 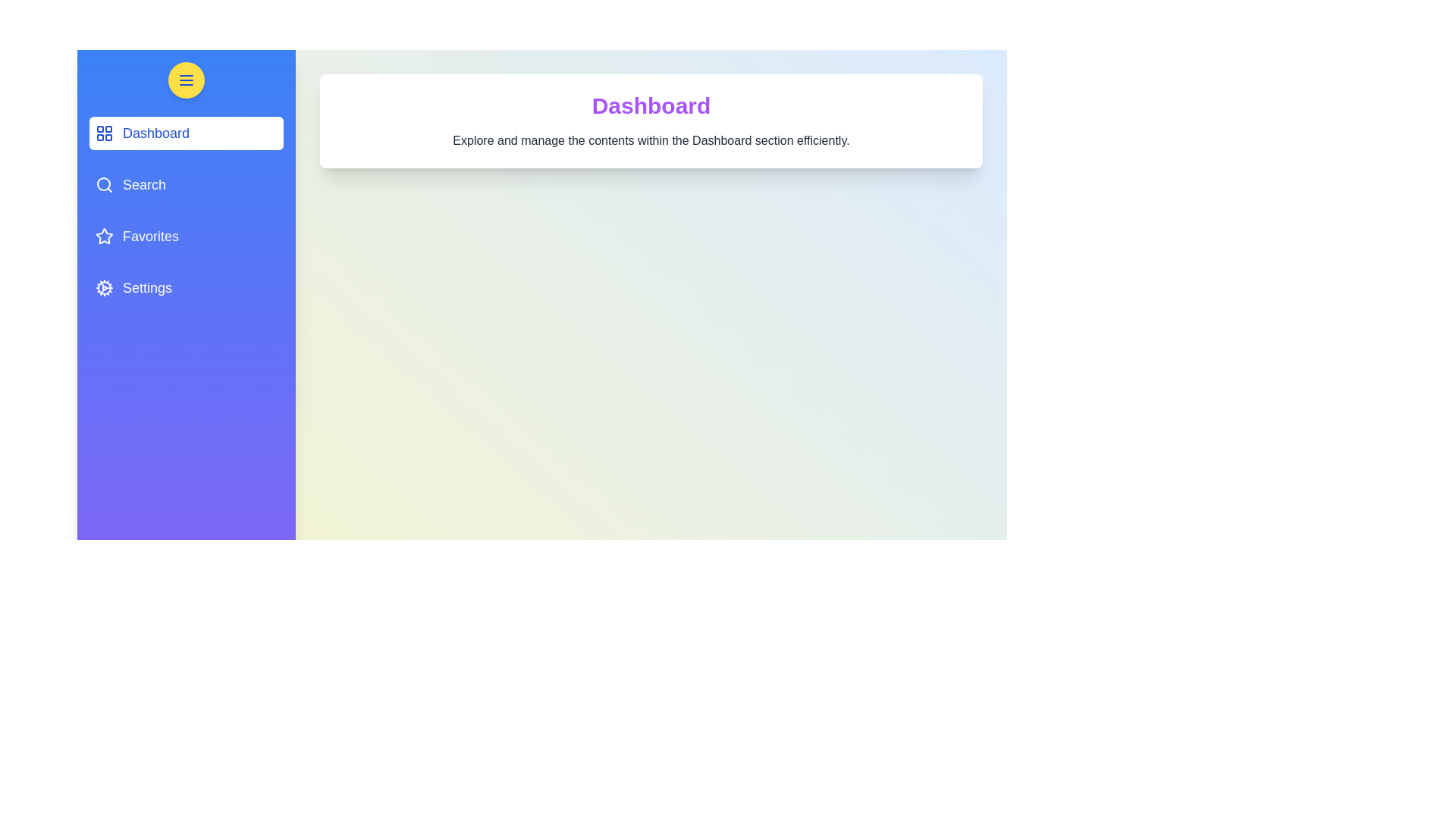 What do you see at coordinates (185, 288) in the screenshot?
I see `the navigation menu item corresponding to Settings` at bounding box center [185, 288].